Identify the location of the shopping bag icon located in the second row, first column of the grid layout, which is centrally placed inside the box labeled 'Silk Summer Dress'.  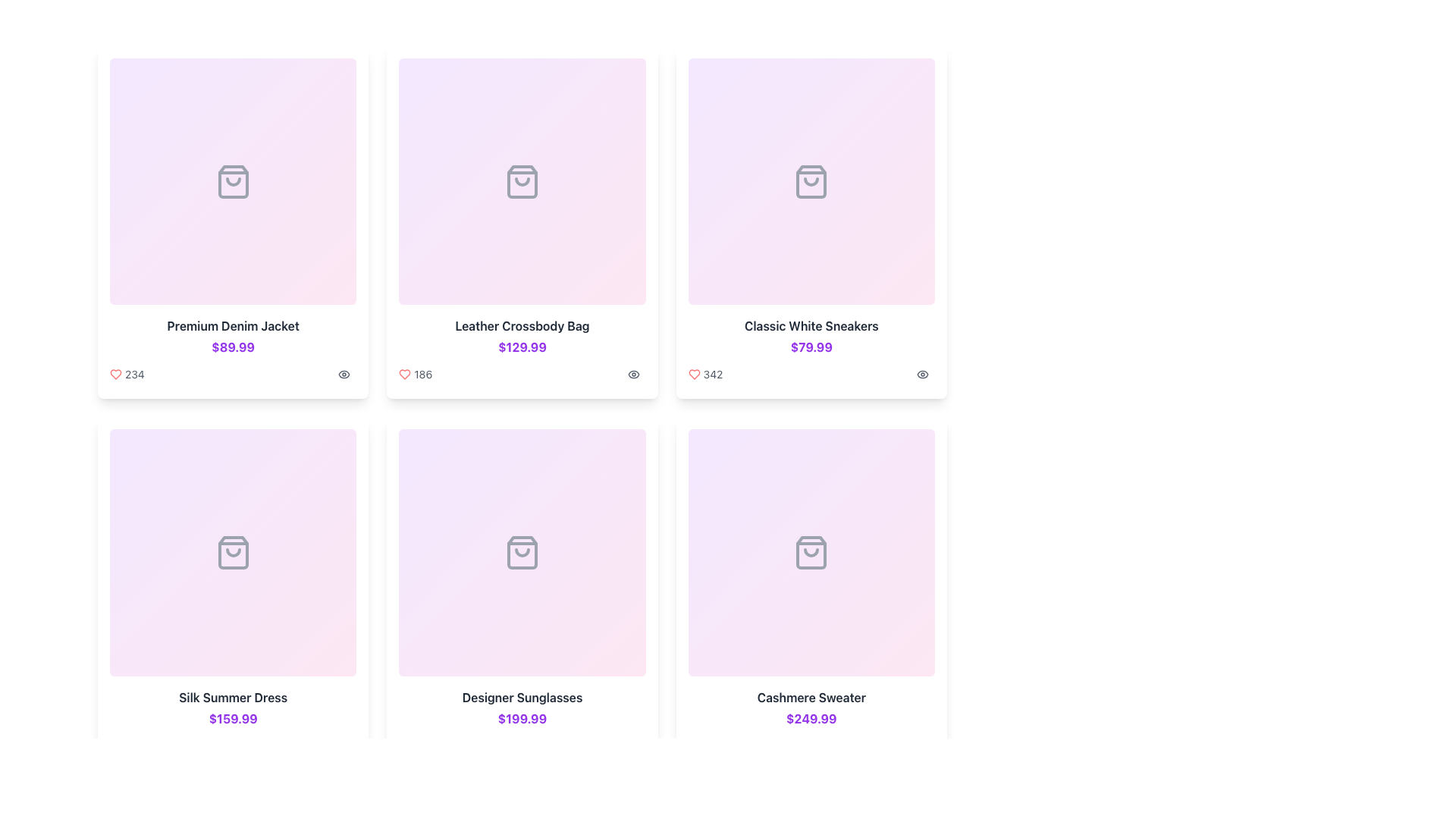
(232, 553).